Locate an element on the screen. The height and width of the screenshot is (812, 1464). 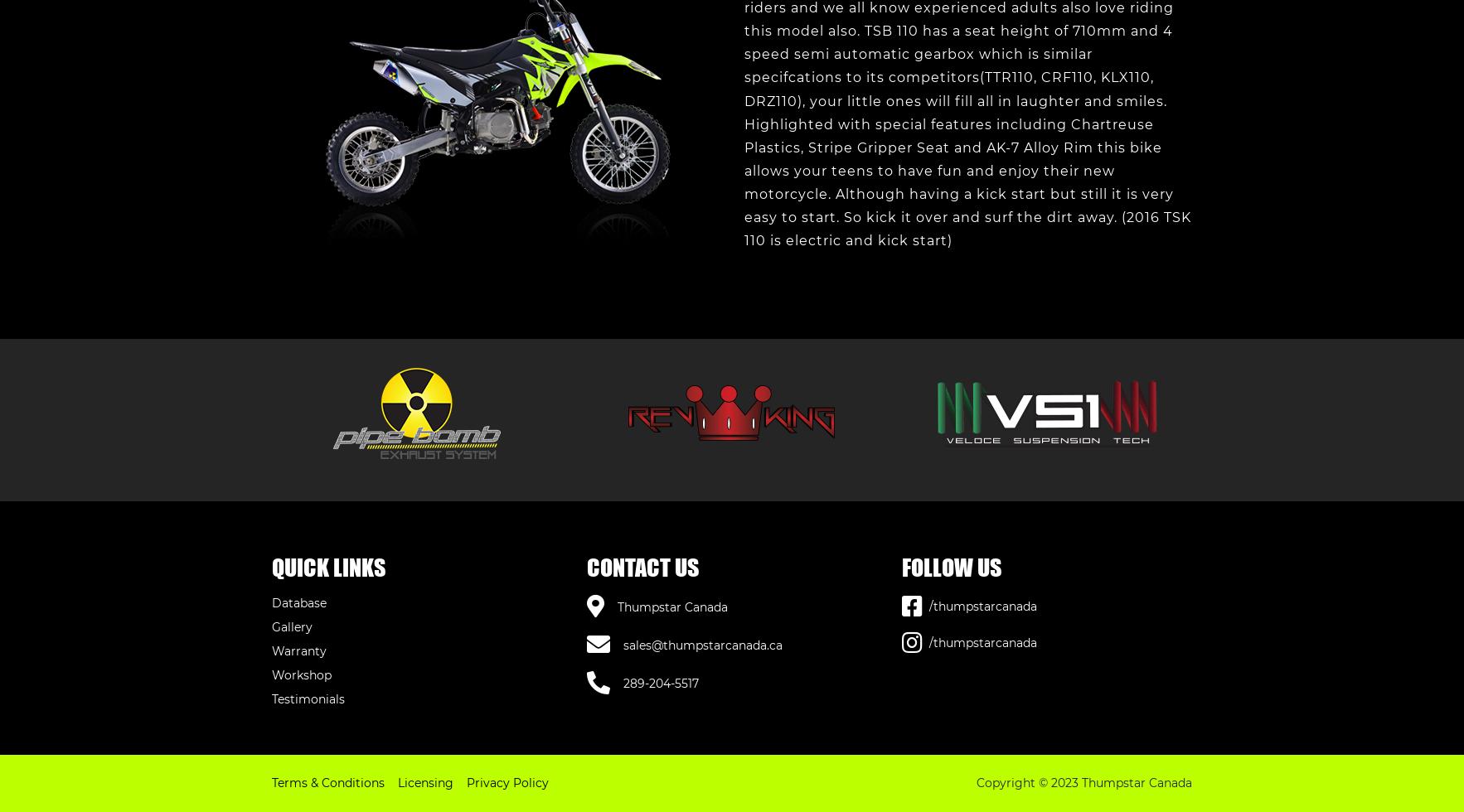
'Testimonials' is located at coordinates (307, 698).